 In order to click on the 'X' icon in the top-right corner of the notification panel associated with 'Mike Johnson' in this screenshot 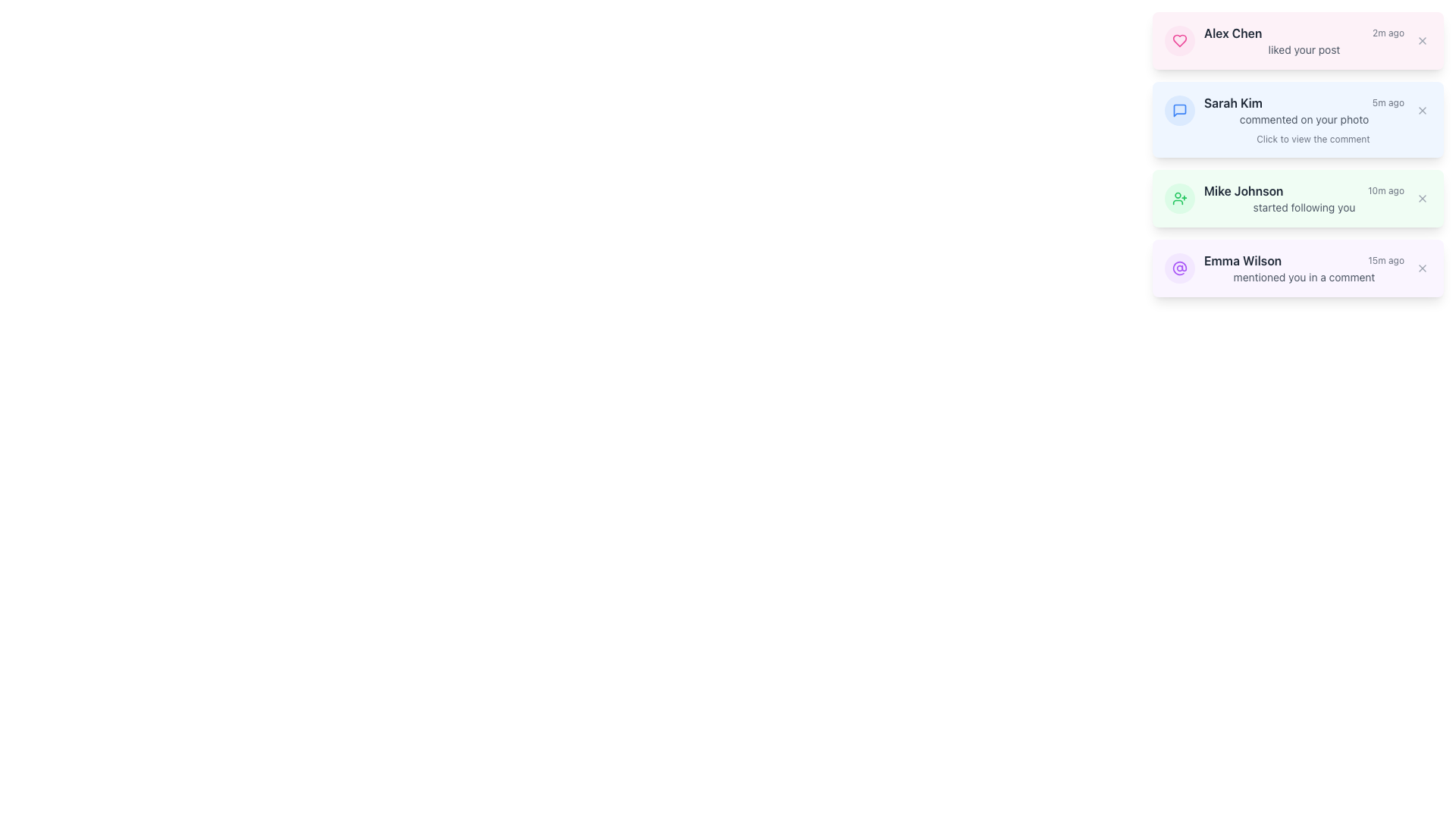, I will do `click(1422, 198)`.